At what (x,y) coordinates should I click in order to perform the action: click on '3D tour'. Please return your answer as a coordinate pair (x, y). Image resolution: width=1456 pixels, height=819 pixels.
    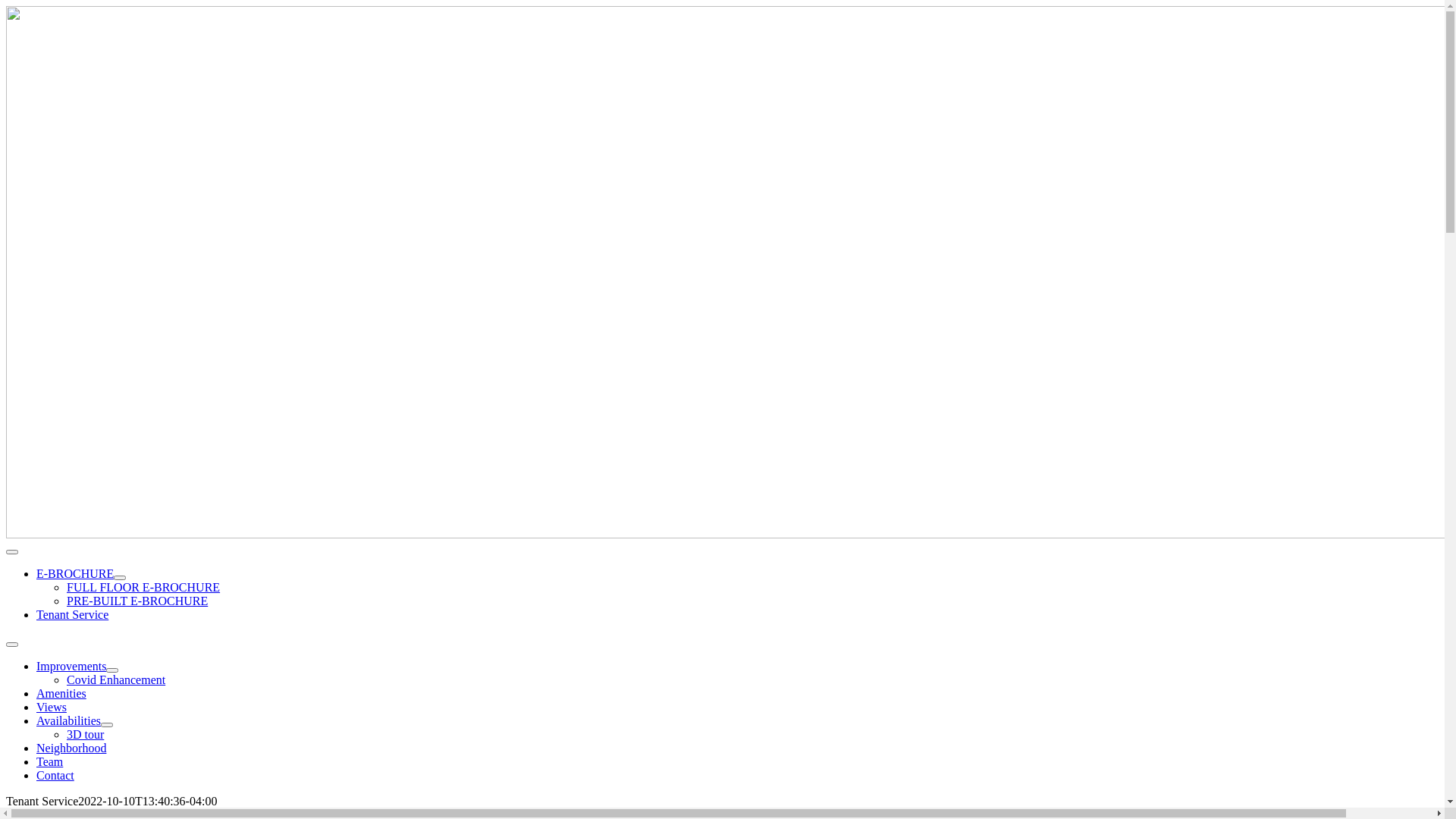
    Looking at the image, I should click on (65, 733).